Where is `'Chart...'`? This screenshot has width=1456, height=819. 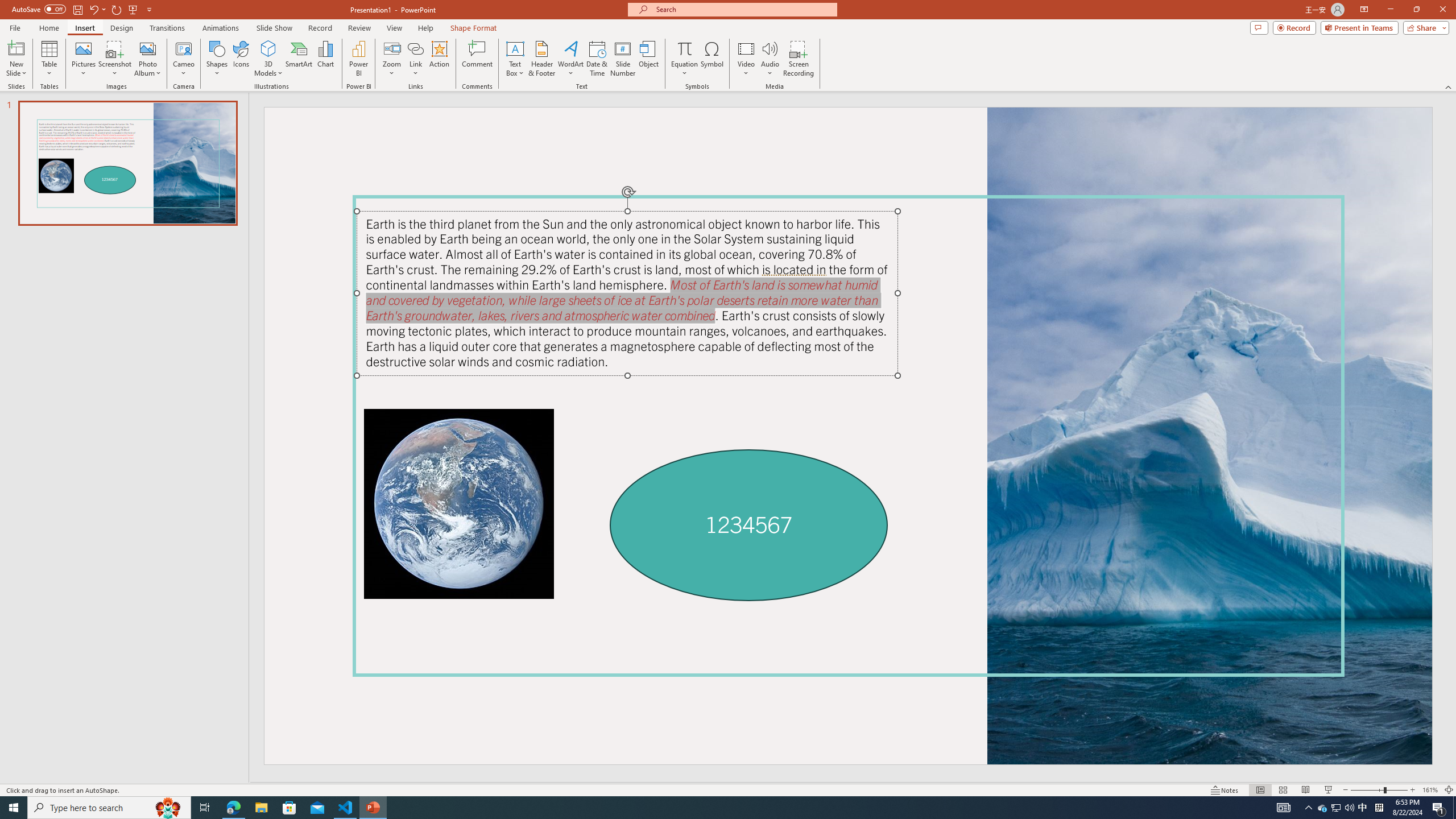 'Chart...' is located at coordinates (325, 59).